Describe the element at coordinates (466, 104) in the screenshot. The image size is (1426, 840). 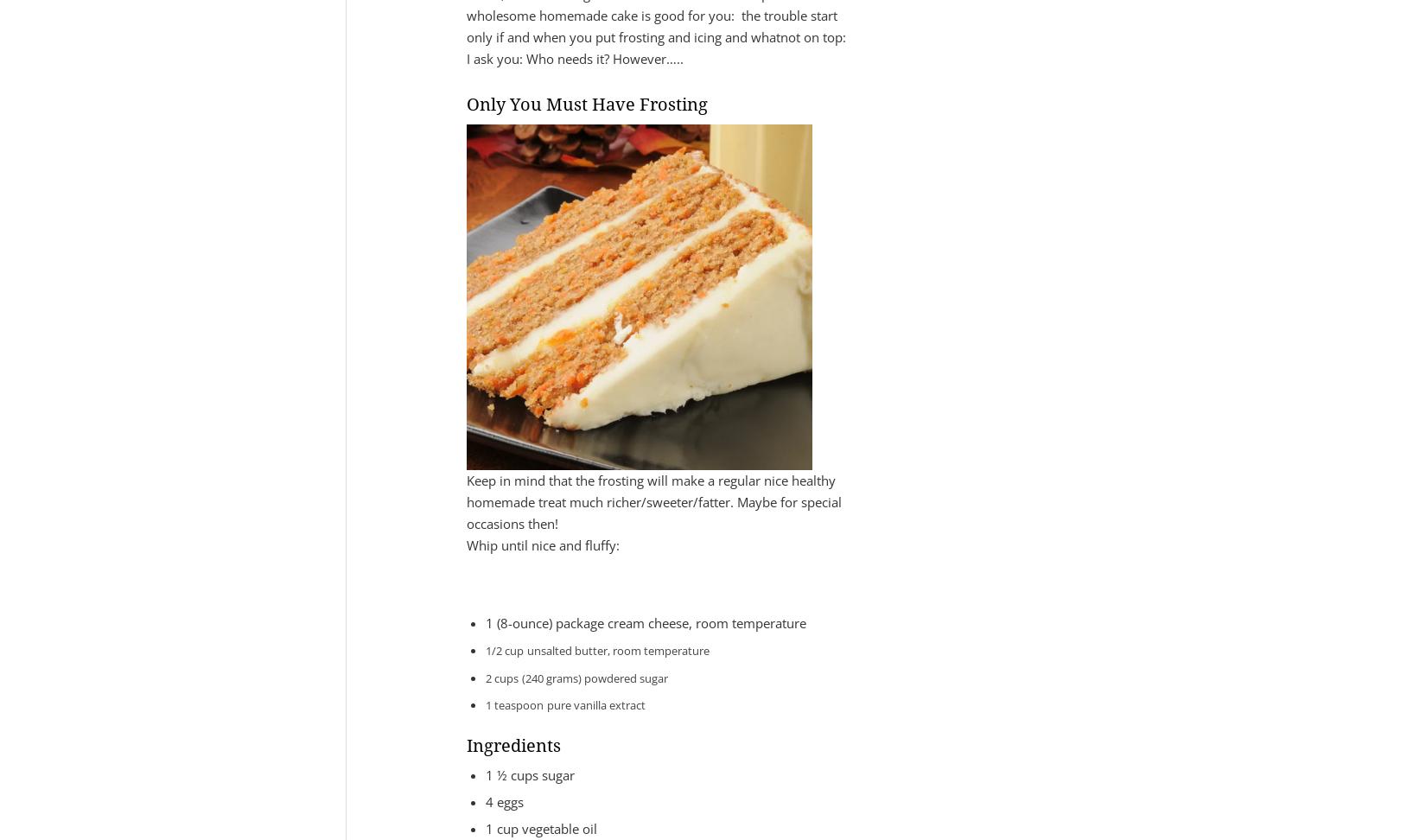
I see `'Only You Must Have Frosting'` at that location.